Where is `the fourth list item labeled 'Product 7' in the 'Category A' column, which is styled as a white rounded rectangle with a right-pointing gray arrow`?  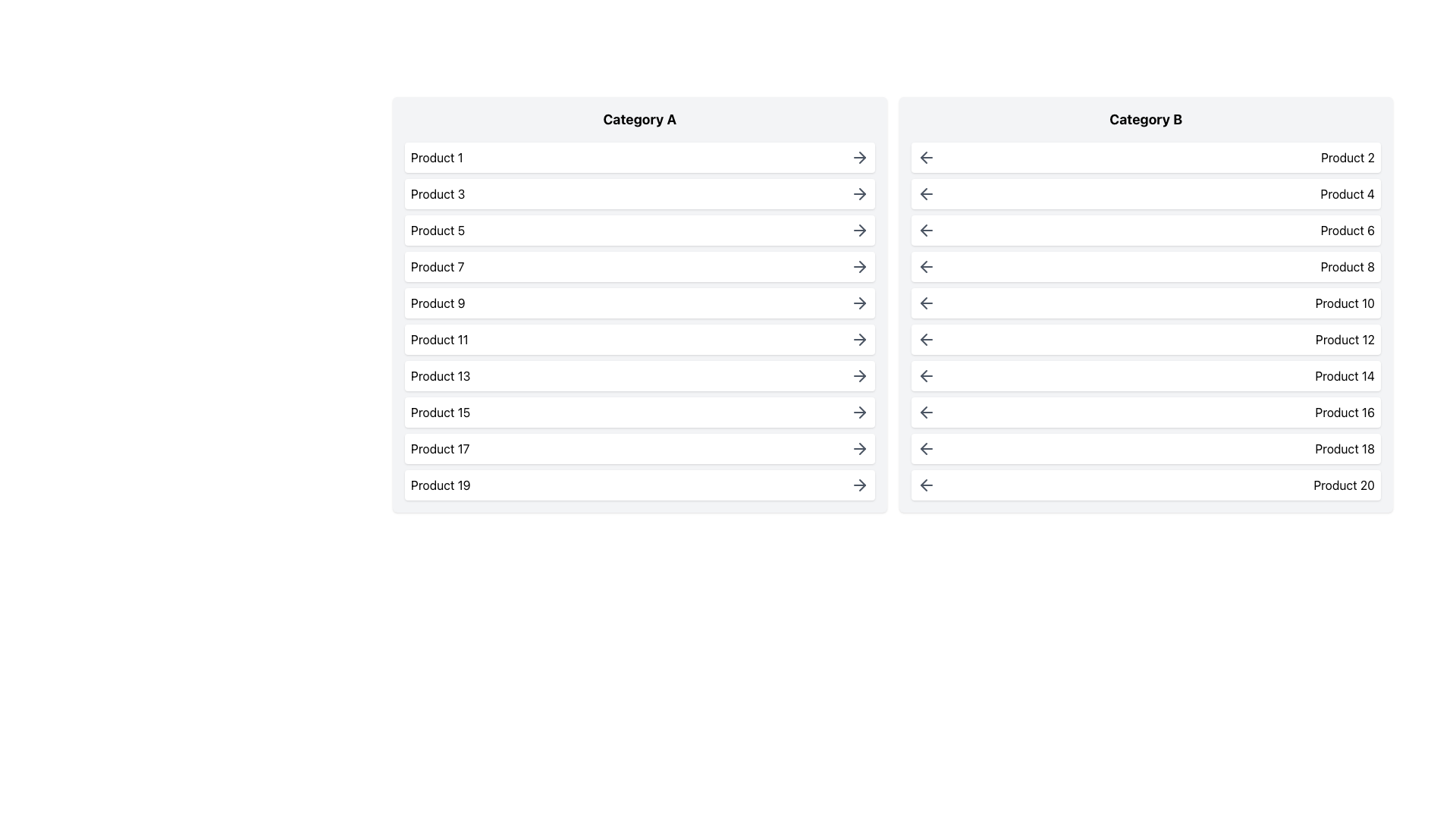 the fourth list item labeled 'Product 7' in the 'Category A' column, which is styled as a white rounded rectangle with a right-pointing gray arrow is located at coordinates (639, 265).